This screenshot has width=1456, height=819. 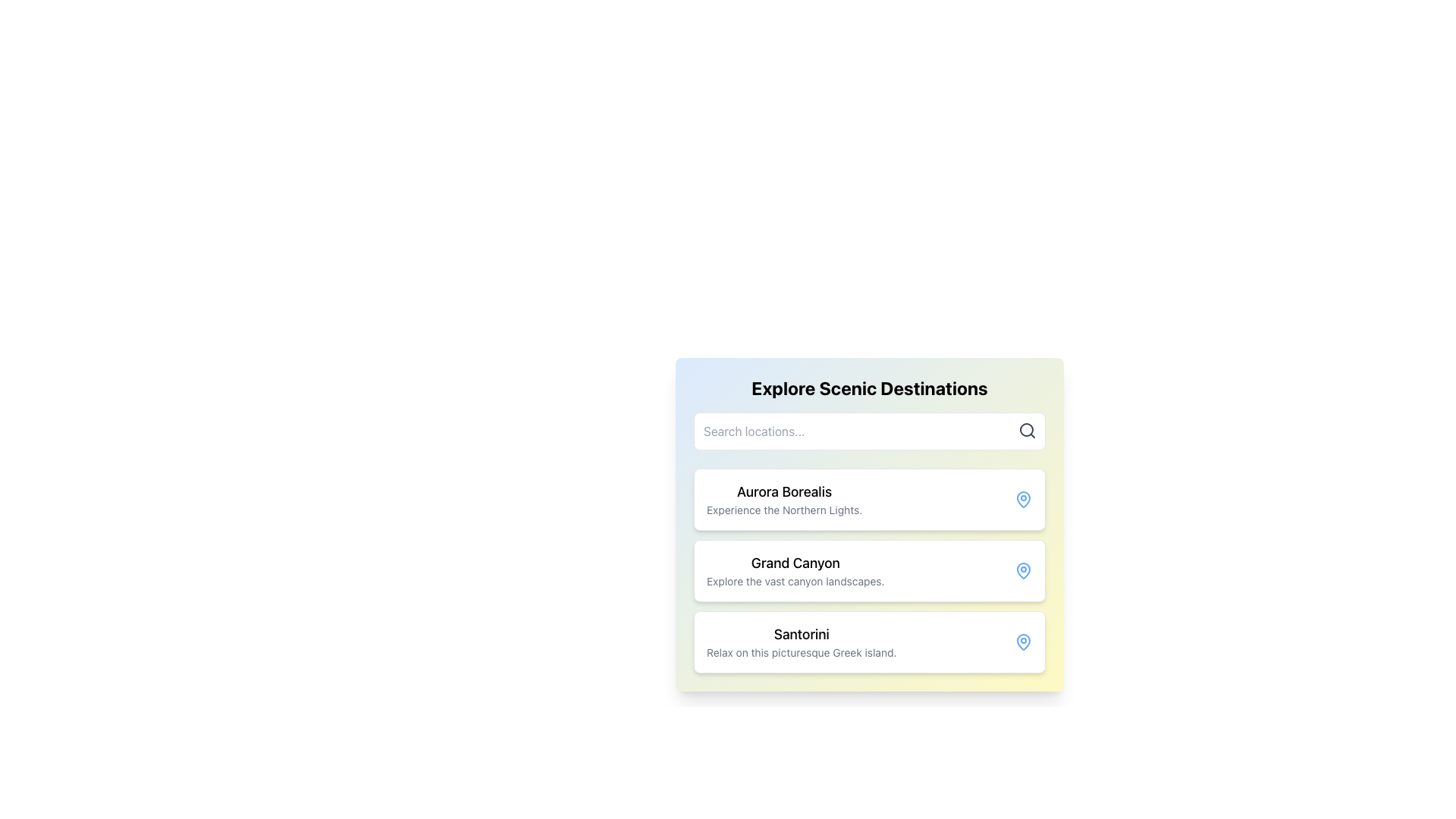 What do you see at coordinates (784, 510) in the screenshot?
I see `the text element that displays 'Experience the Northern Lights', which is styled in small gray font and located beneath the bold headline 'Aurora Borealis'` at bounding box center [784, 510].